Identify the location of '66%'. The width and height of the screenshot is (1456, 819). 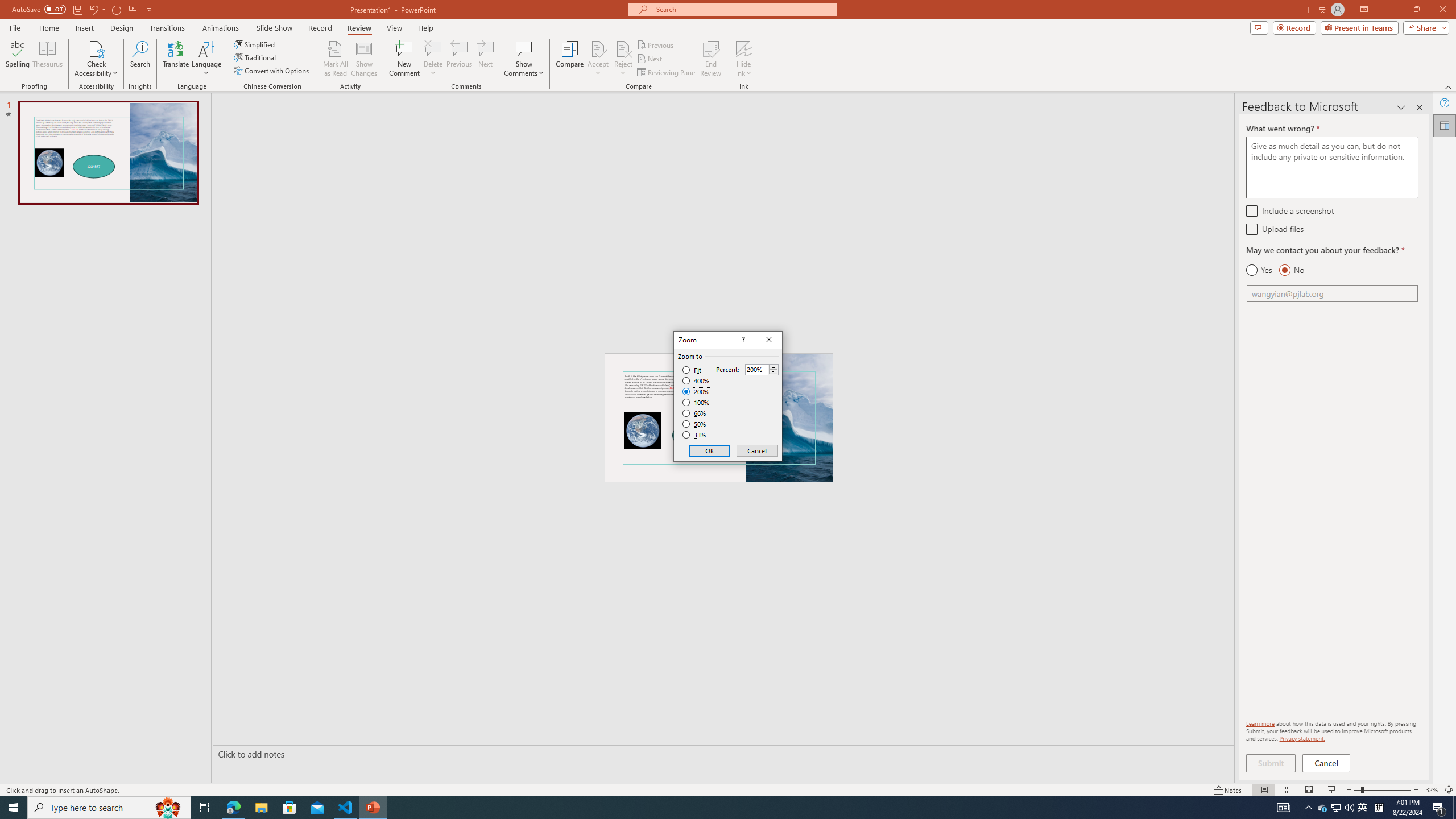
(695, 412).